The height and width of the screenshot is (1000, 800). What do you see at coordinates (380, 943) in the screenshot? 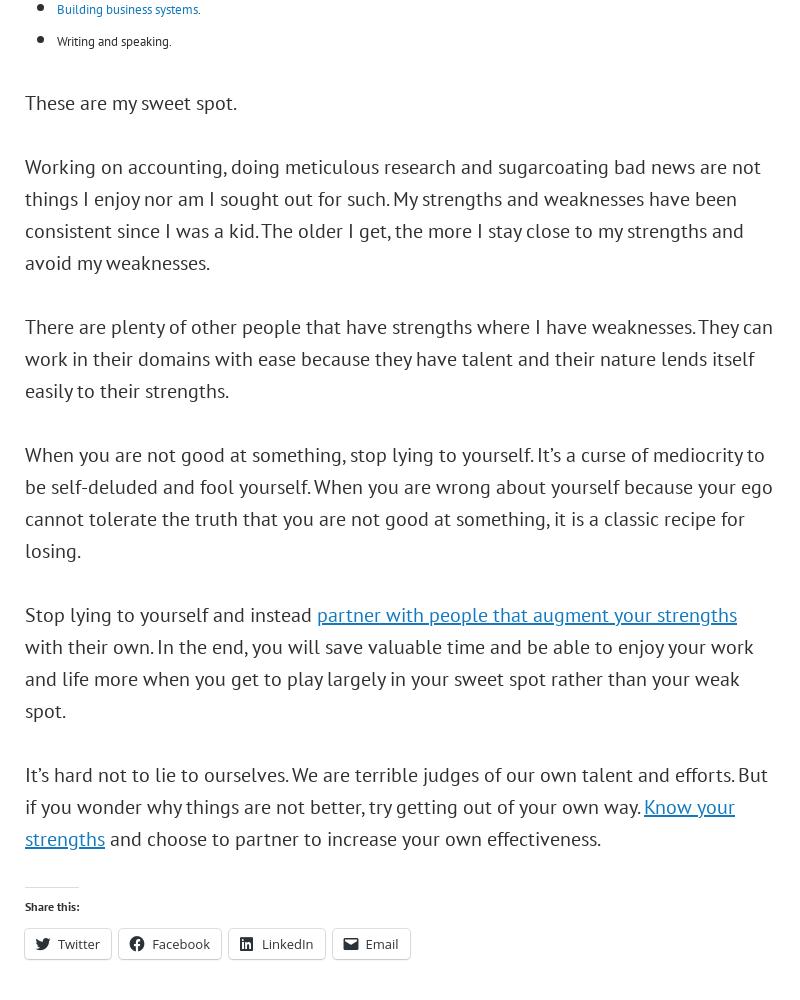
I see `'Email'` at bounding box center [380, 943].